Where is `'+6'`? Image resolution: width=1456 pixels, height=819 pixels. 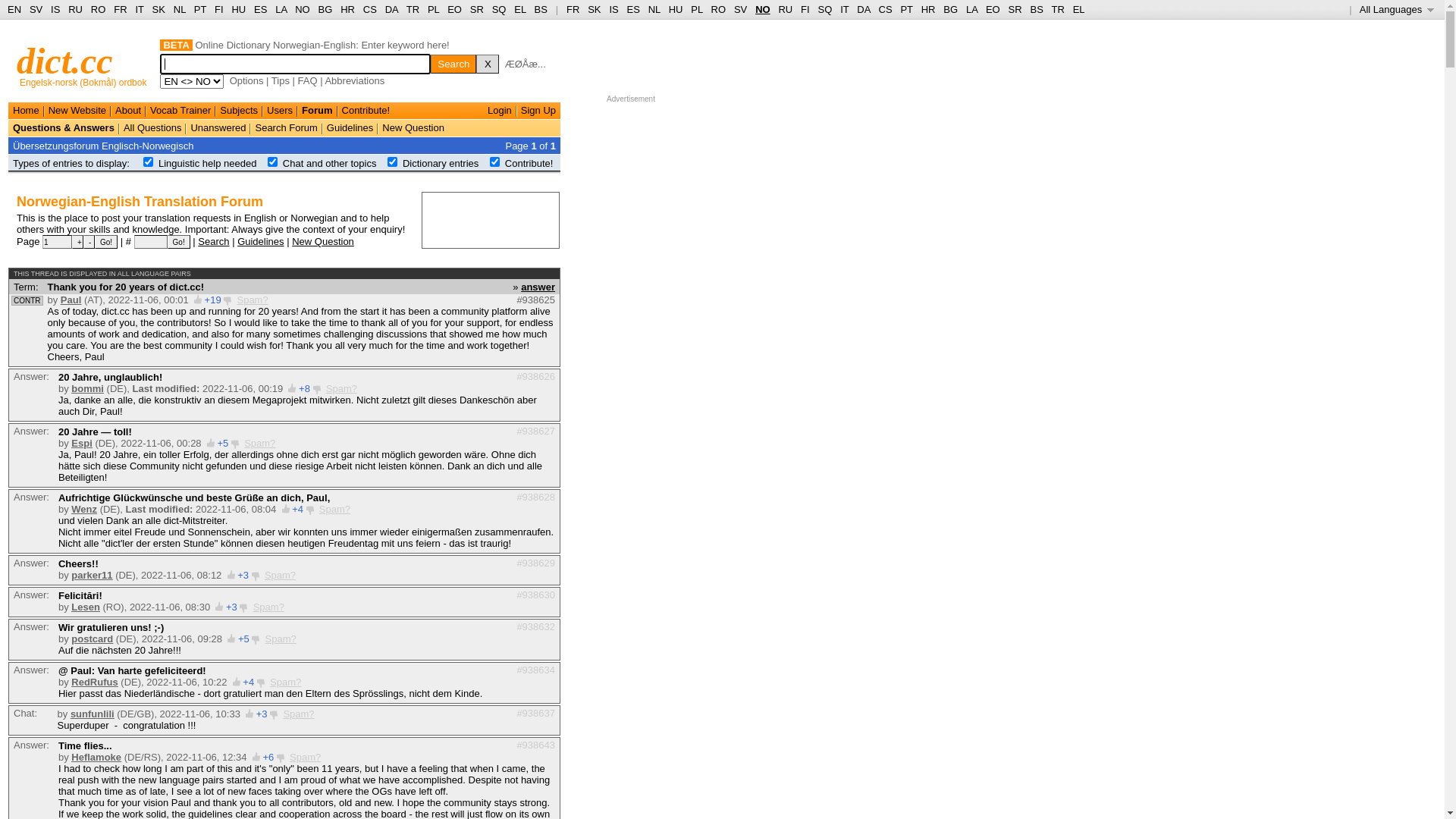 '+6' is located at coordinates (268, 757).